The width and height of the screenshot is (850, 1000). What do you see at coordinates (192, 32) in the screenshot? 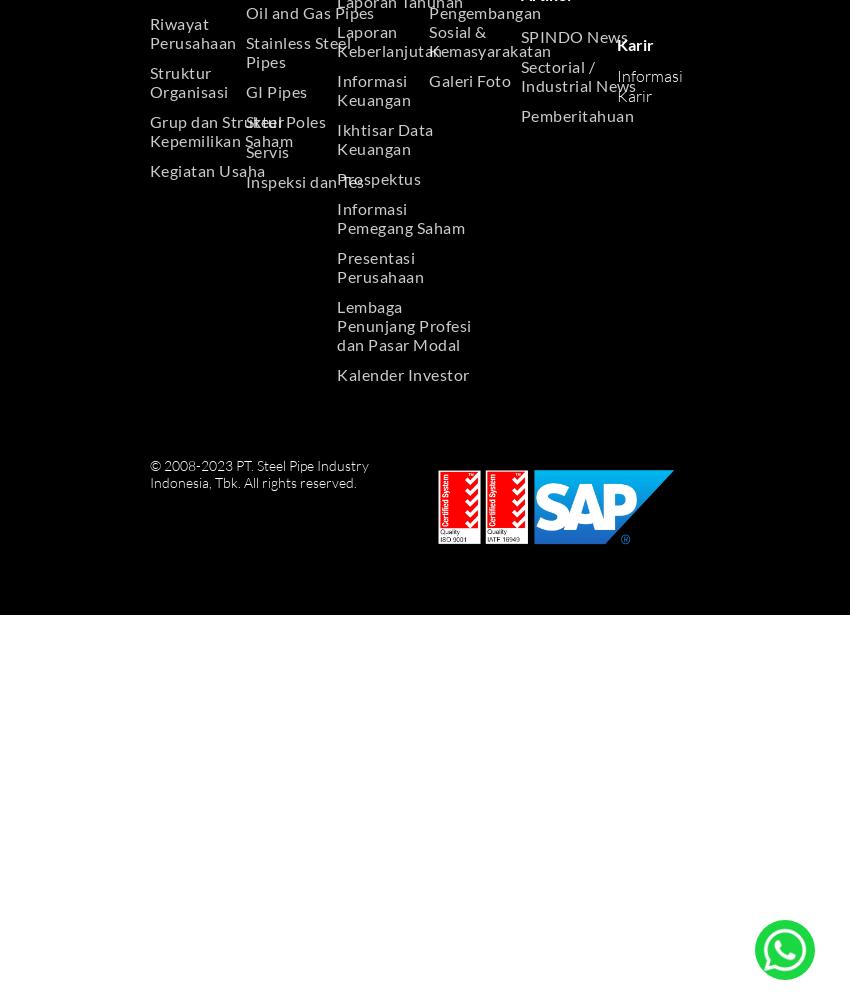
I see `'Riwayat Perusahaan'` at bounding box center [192, 32].